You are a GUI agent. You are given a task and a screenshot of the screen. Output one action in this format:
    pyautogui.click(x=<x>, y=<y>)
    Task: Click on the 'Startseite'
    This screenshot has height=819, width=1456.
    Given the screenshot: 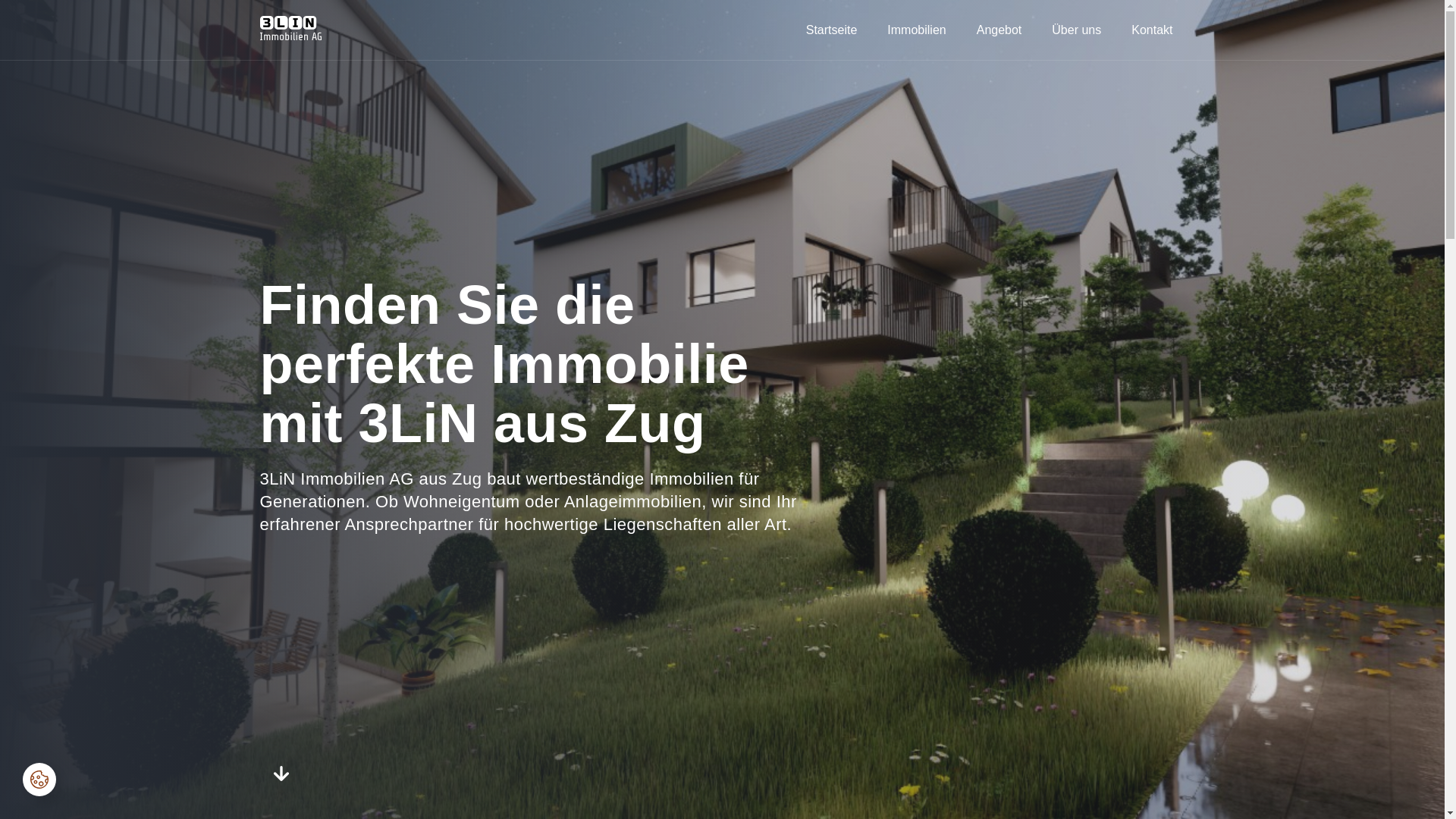 What is the action you would take?
    pyautogui.click(x=792, y=29)
    